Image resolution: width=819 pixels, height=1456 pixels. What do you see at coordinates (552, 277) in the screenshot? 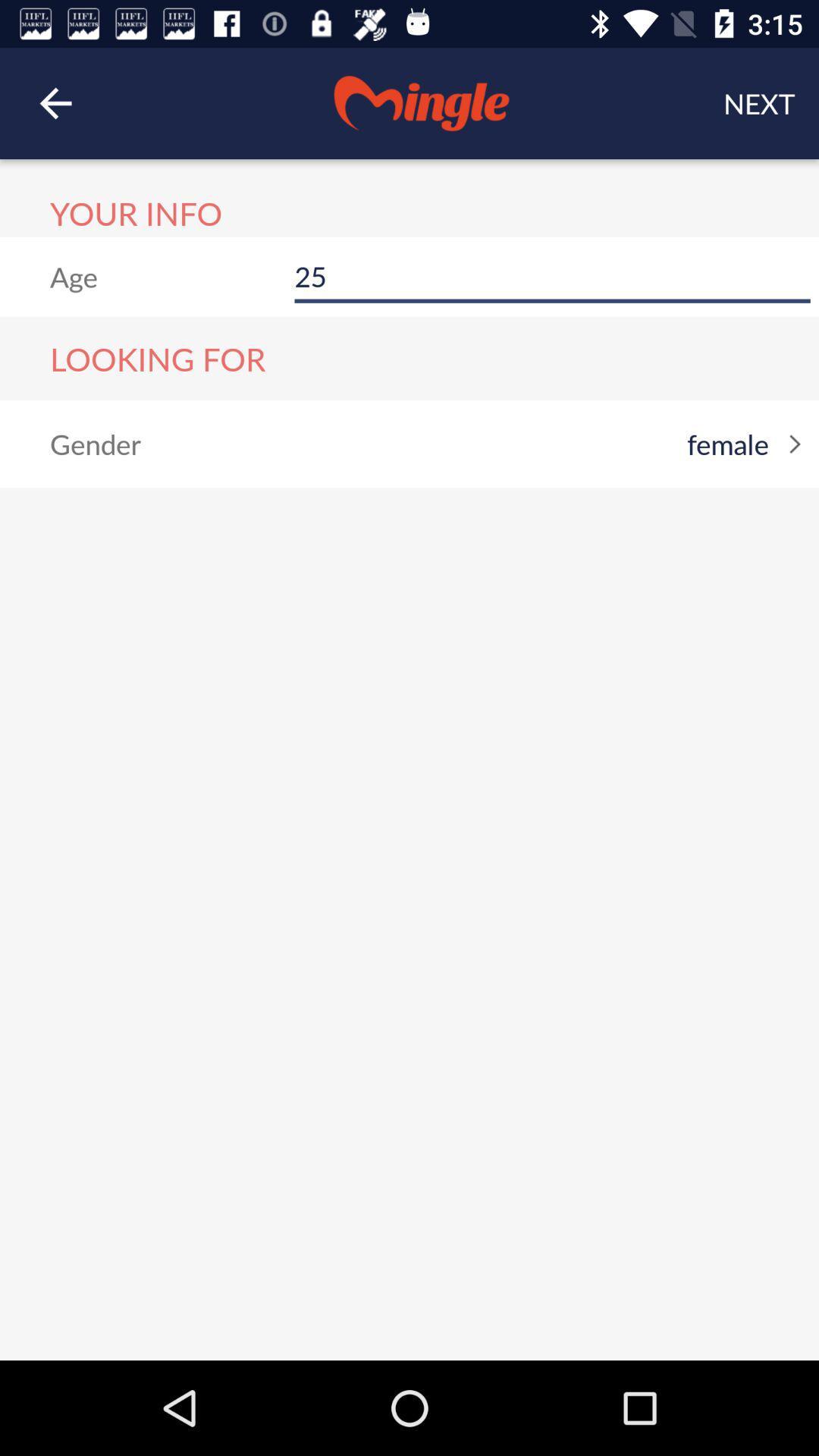
I see `item to the right of age` at bounding box center [552, 277].